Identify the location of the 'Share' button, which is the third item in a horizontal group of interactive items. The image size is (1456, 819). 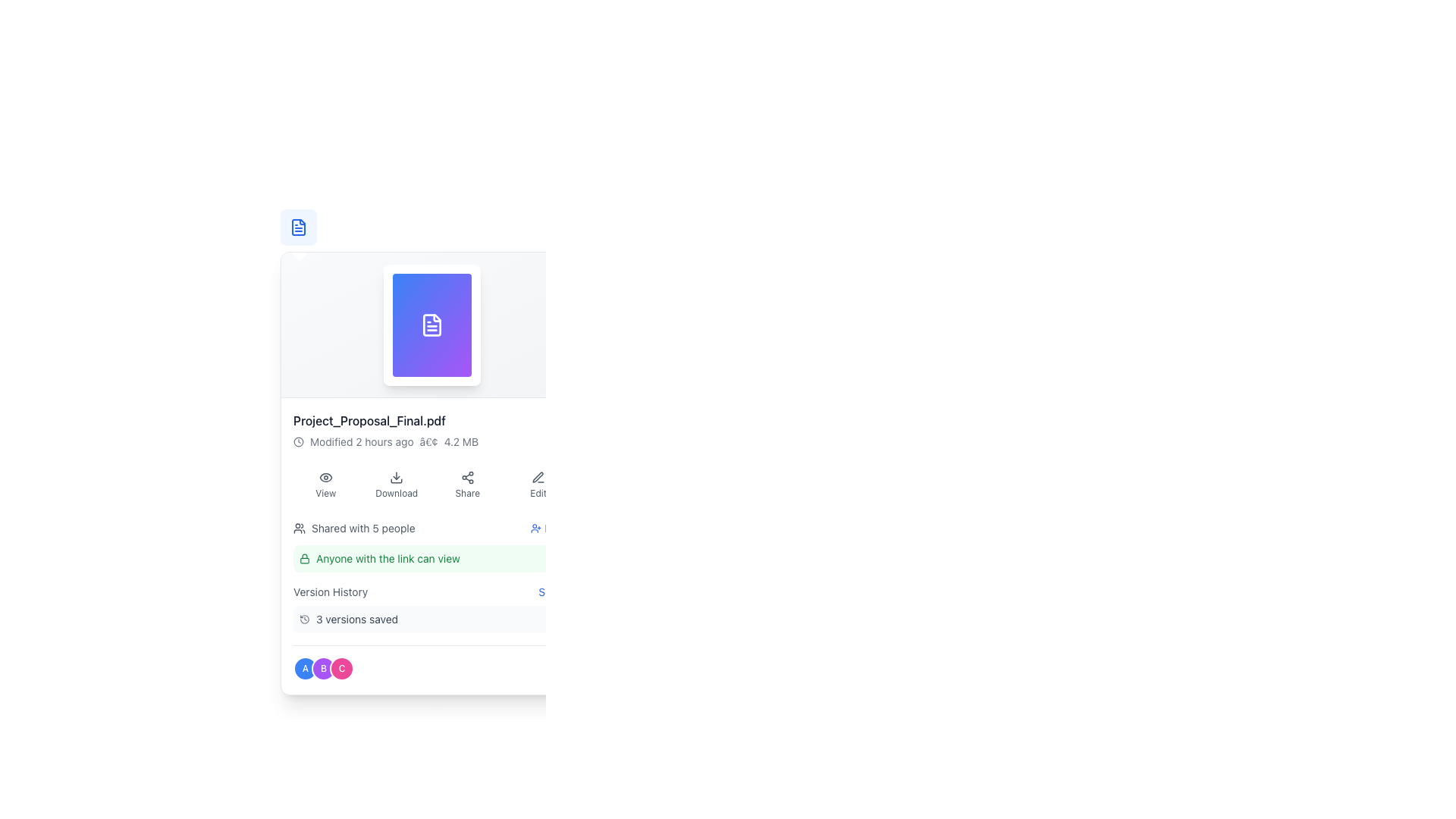
(431, 485).